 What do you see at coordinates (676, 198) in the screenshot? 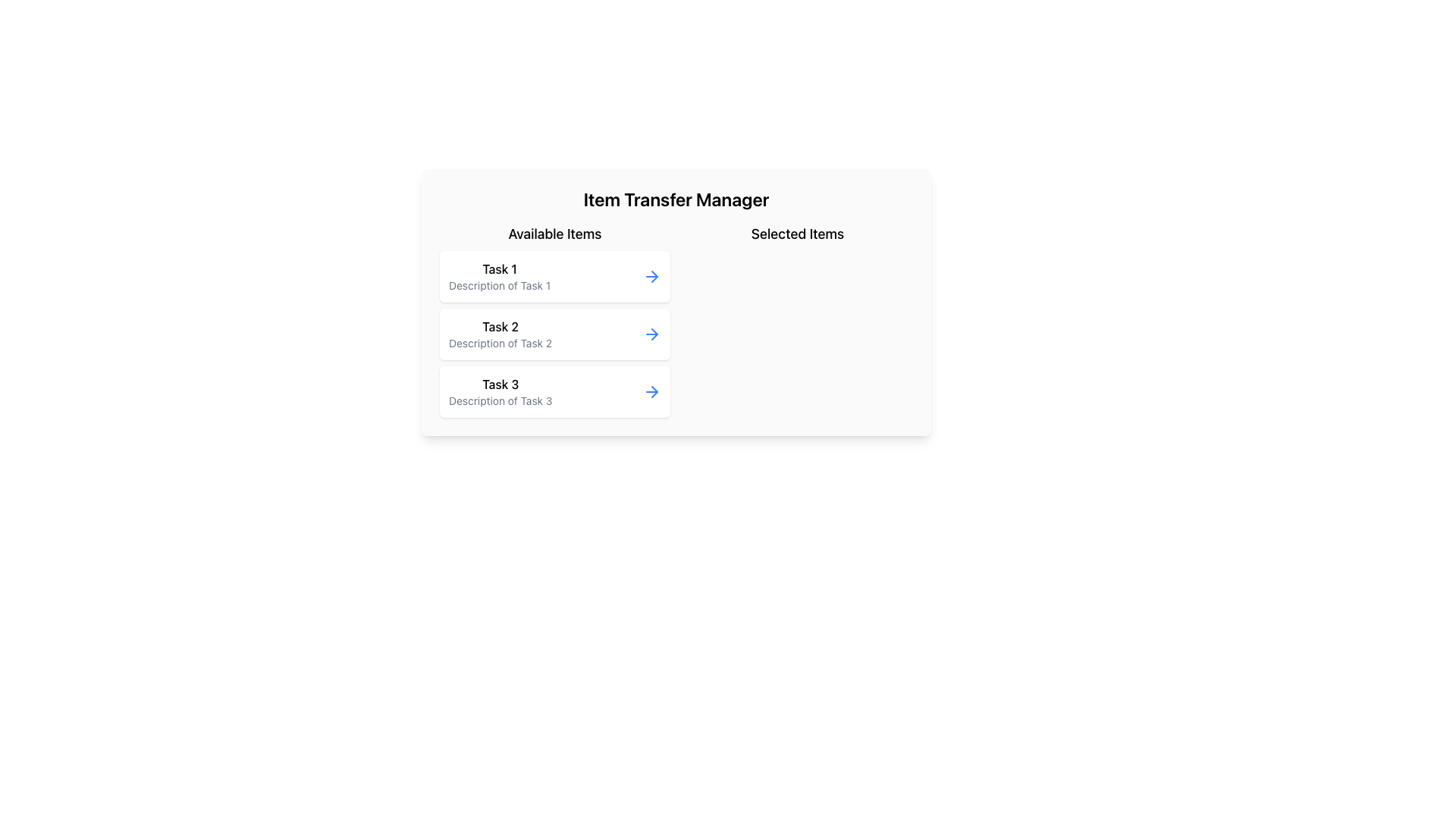
I see `text of the heading titled 'Item Transfer Manager' which is displayed in large, bold font at the top-center of the interface` at bounding box center [676, 198].